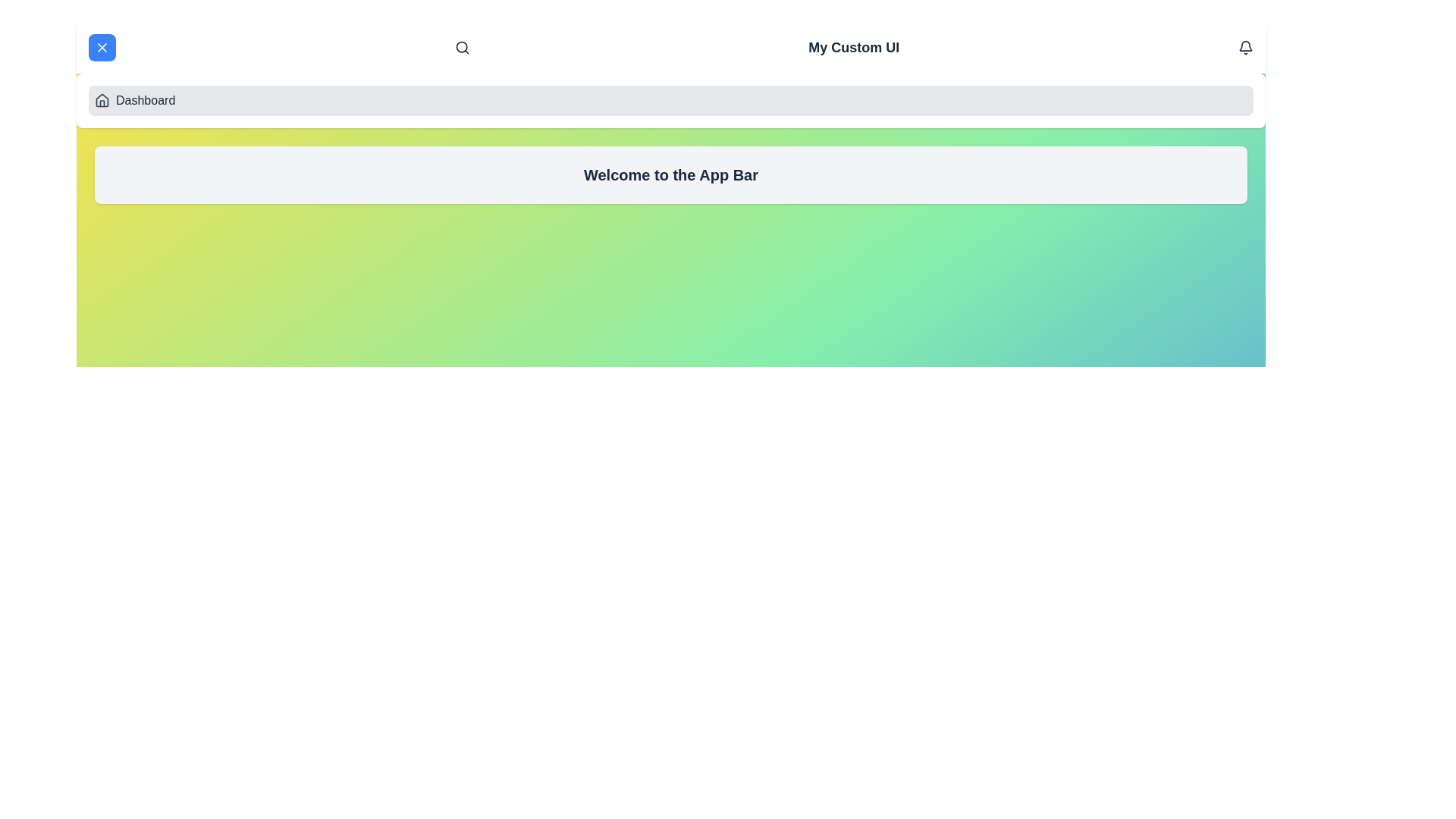  What do you see at coordinates (1245, 46) in the screenshot?
I see `the bell notification icon` at bounding box center [1245, 46].